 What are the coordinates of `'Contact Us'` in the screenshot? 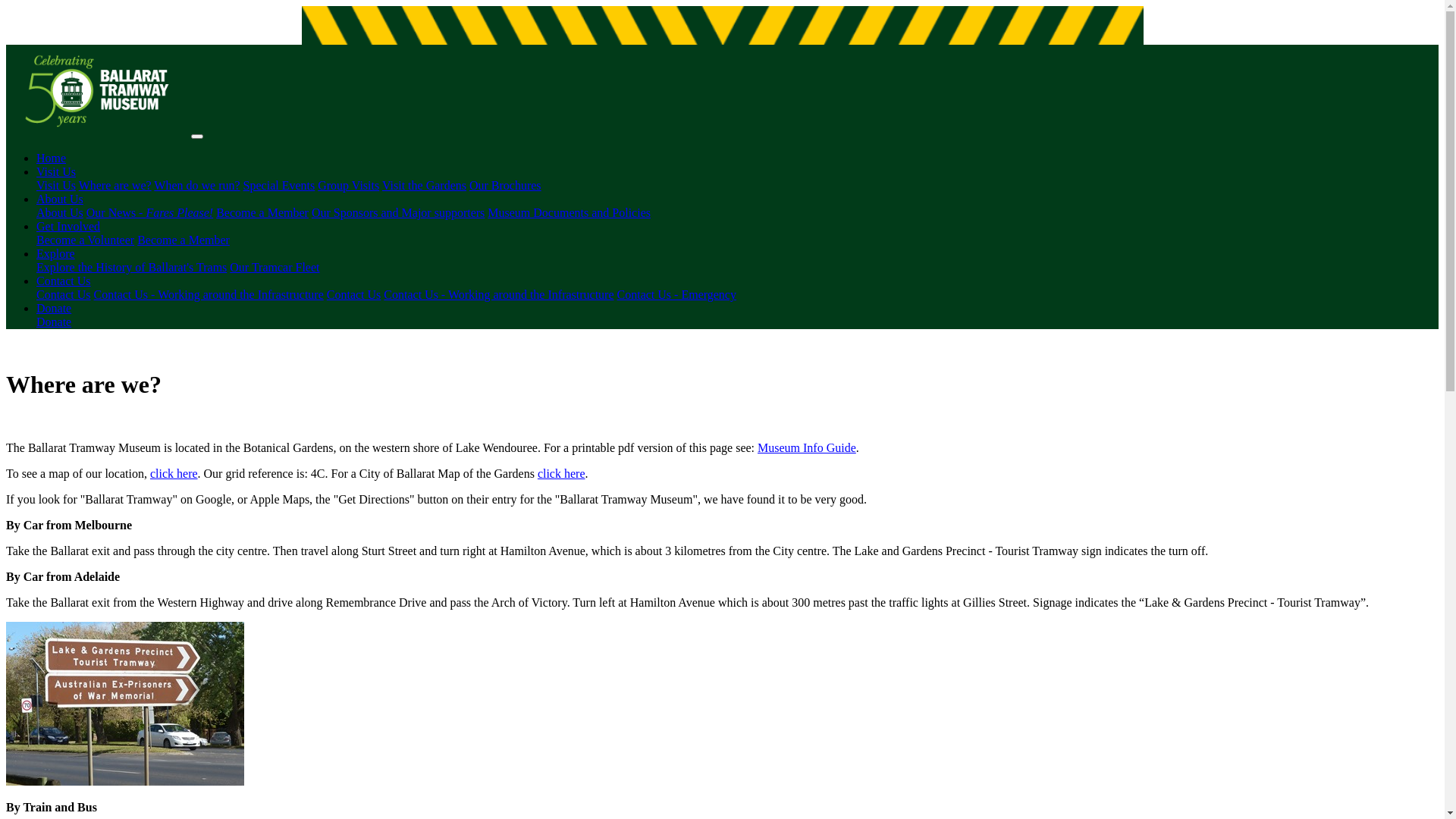 It's located at (62, 294).